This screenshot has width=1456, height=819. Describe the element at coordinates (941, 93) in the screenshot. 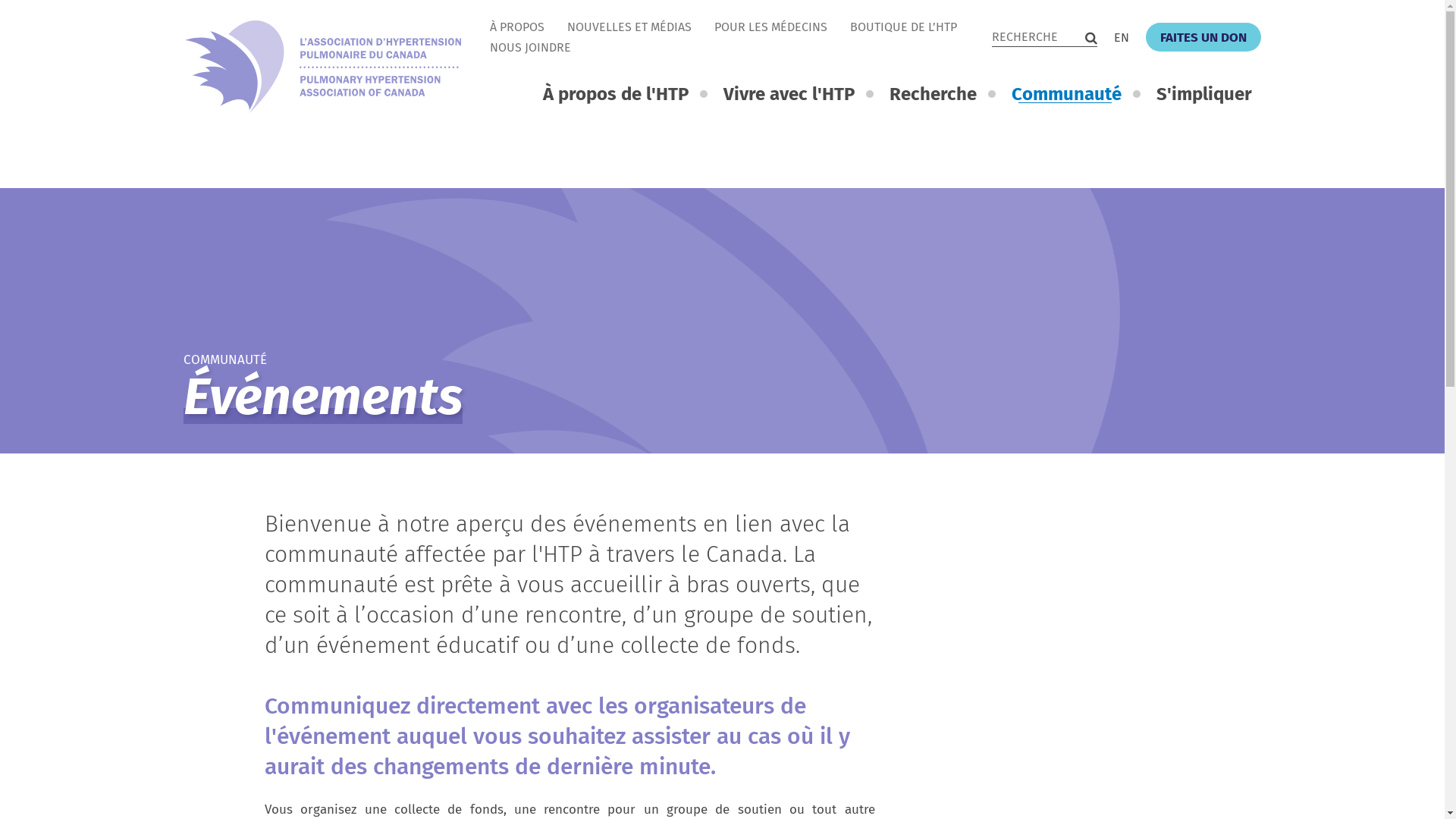

I see `'Recherche'` at that location.